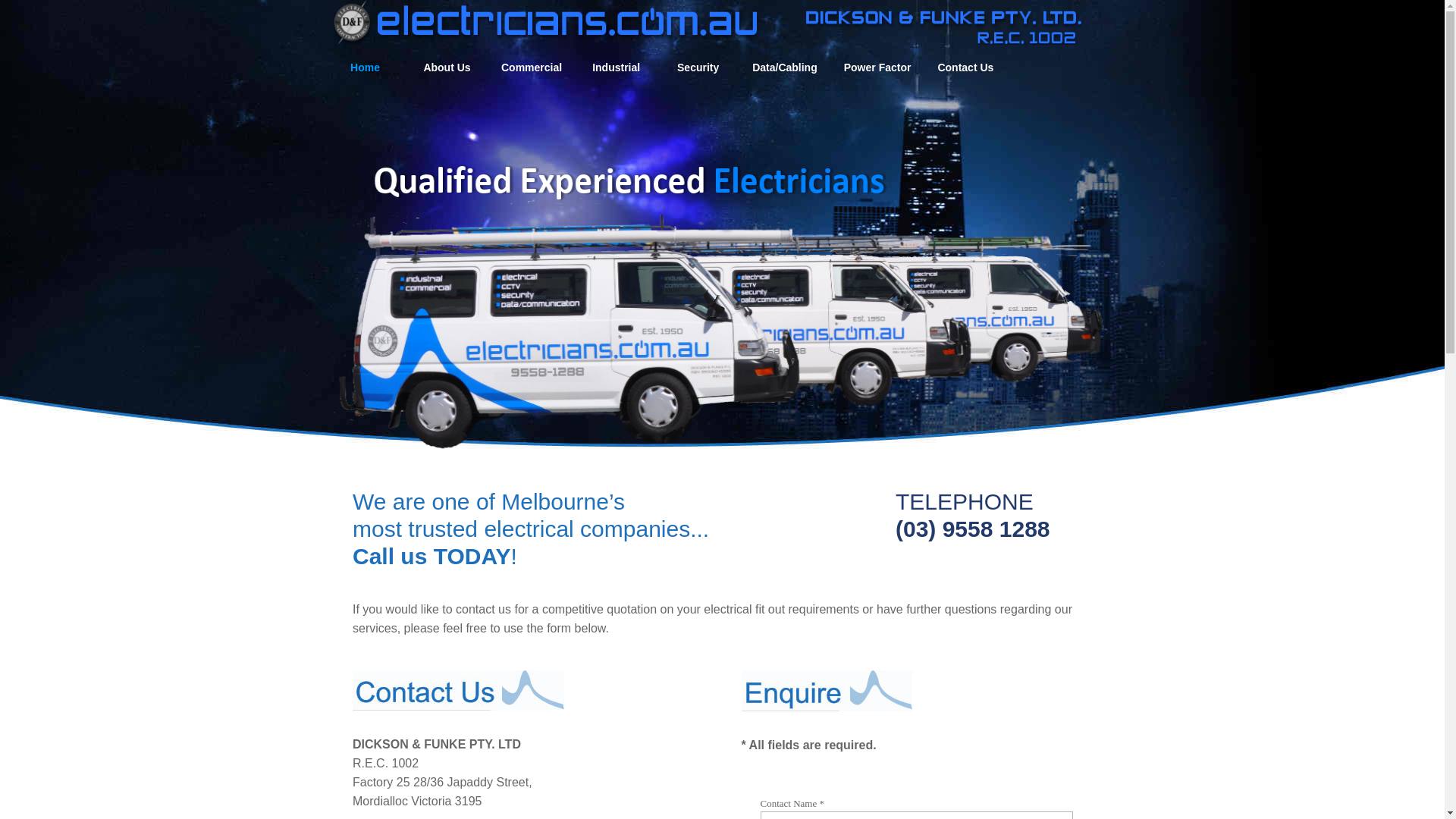 Image resolution: width=1456 pixels, height=819 pixels. Describe the element at coordinates (697, 67) in the screenshot. I see `'Security'` at that location.